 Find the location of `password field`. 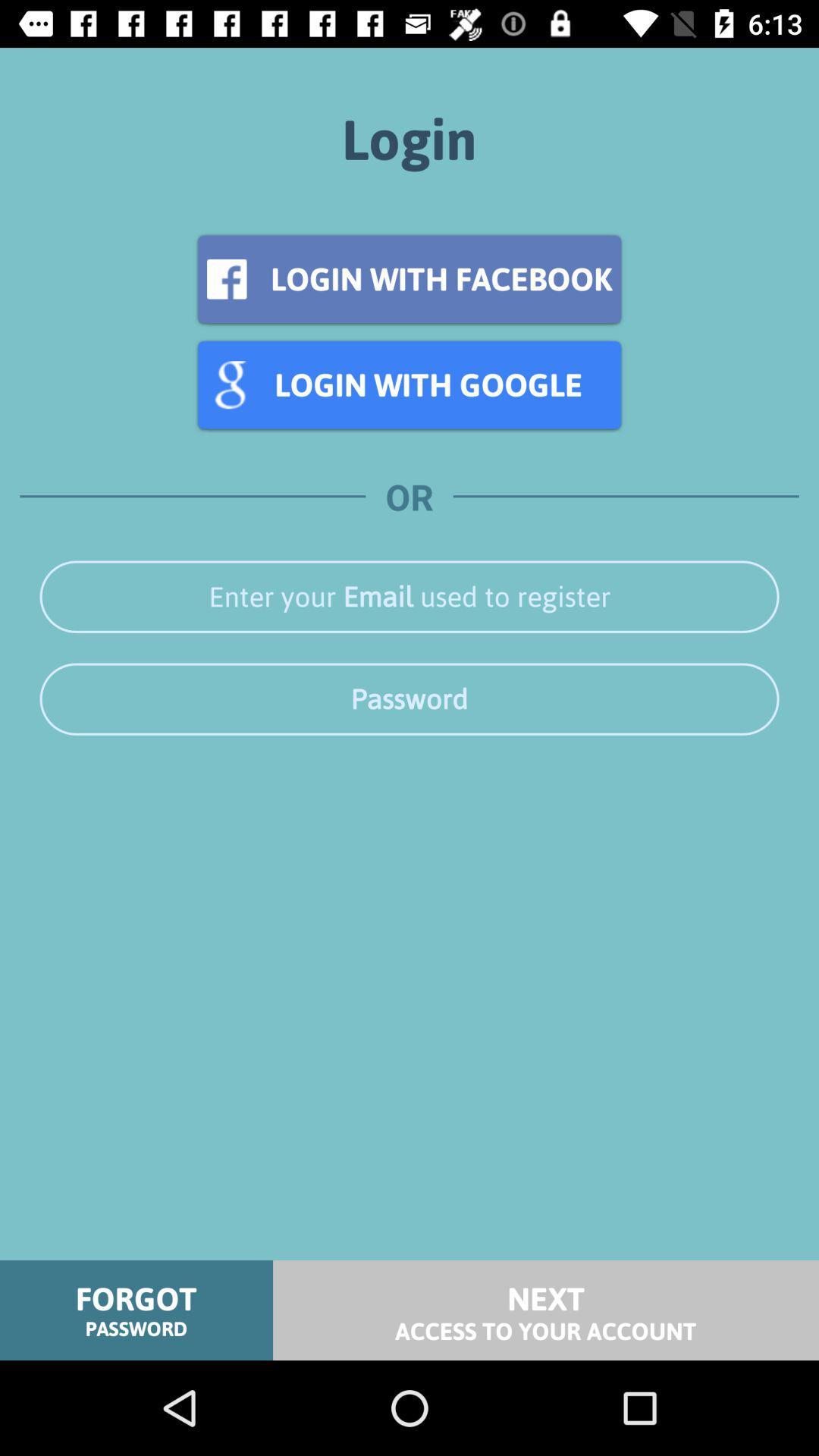

password field is located at coordinates (409, 698).